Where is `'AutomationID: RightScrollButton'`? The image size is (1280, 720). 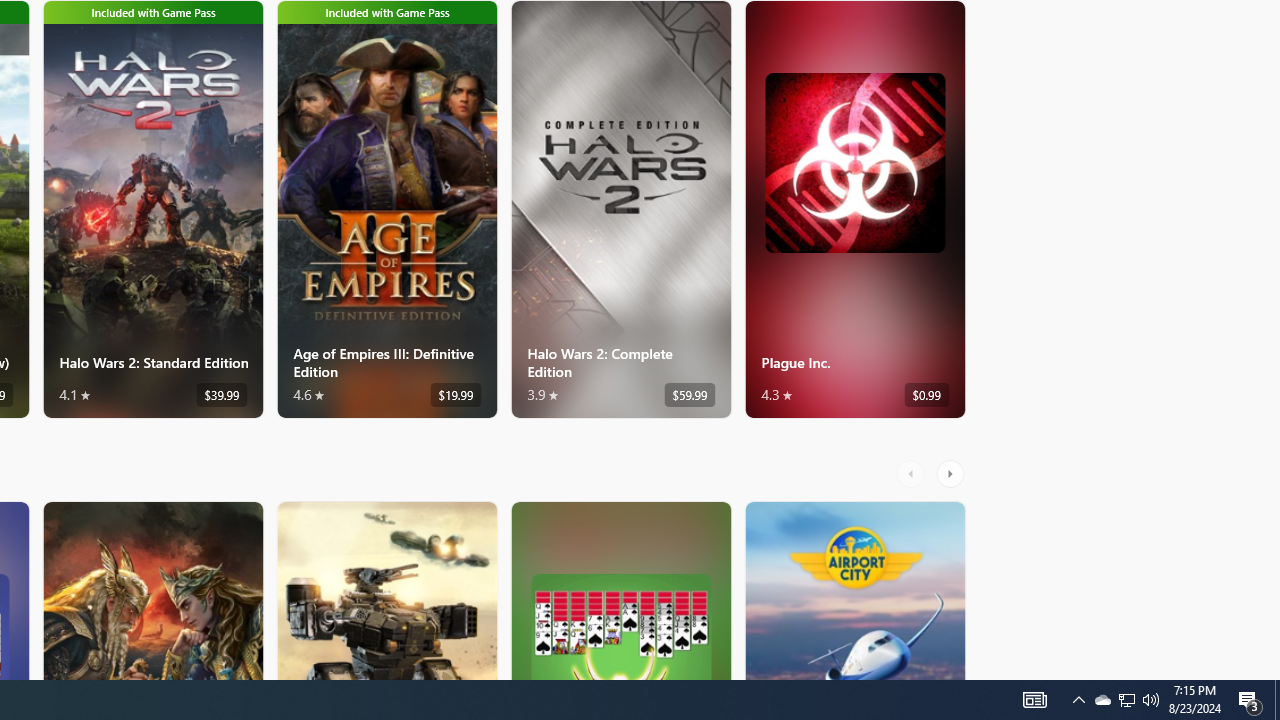
'AutomationID: RightScrollButton' is located at coordinates (951, 473).